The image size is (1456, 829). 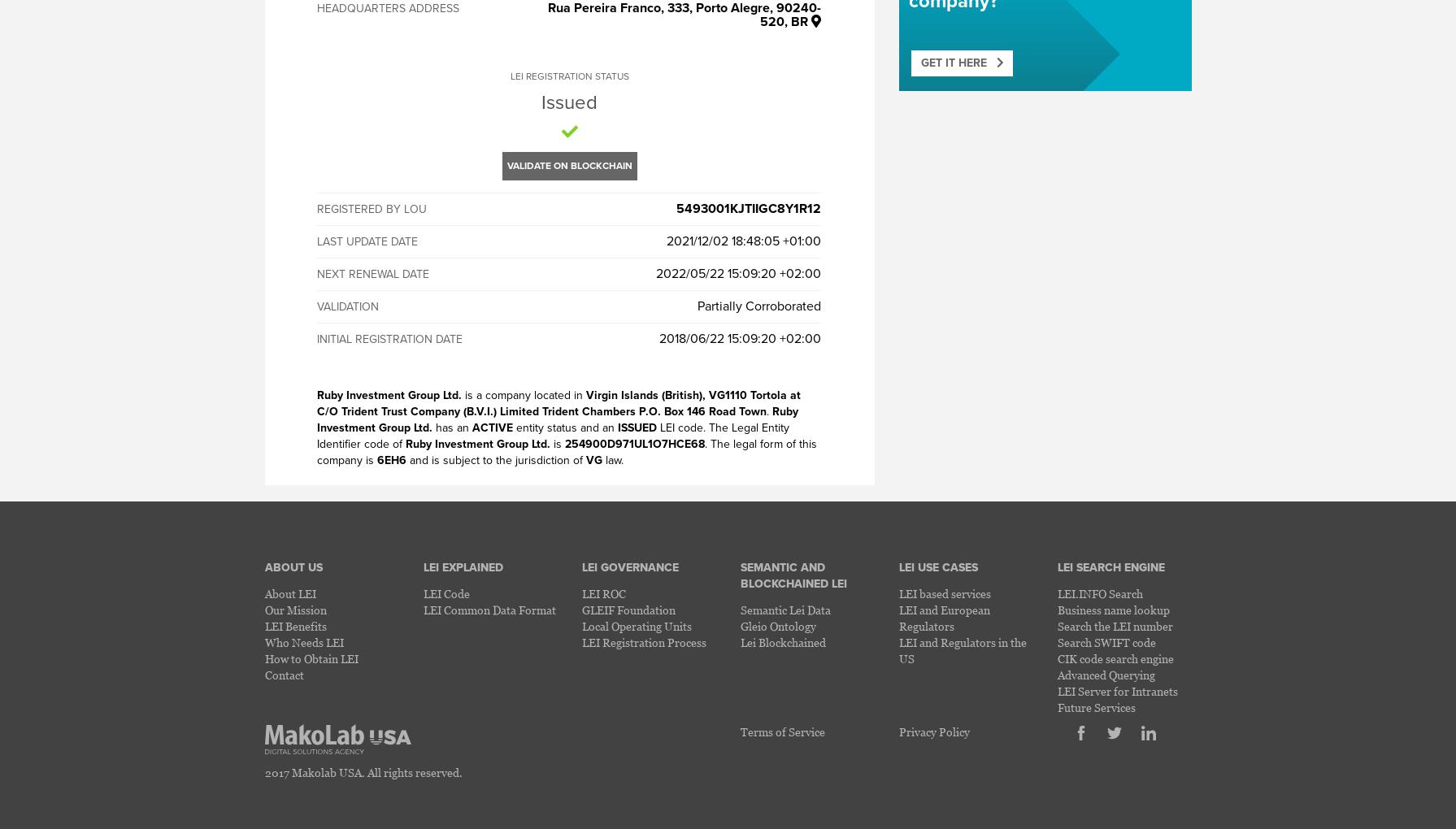 I want to click on 'has an', so click(x=452, y=427).